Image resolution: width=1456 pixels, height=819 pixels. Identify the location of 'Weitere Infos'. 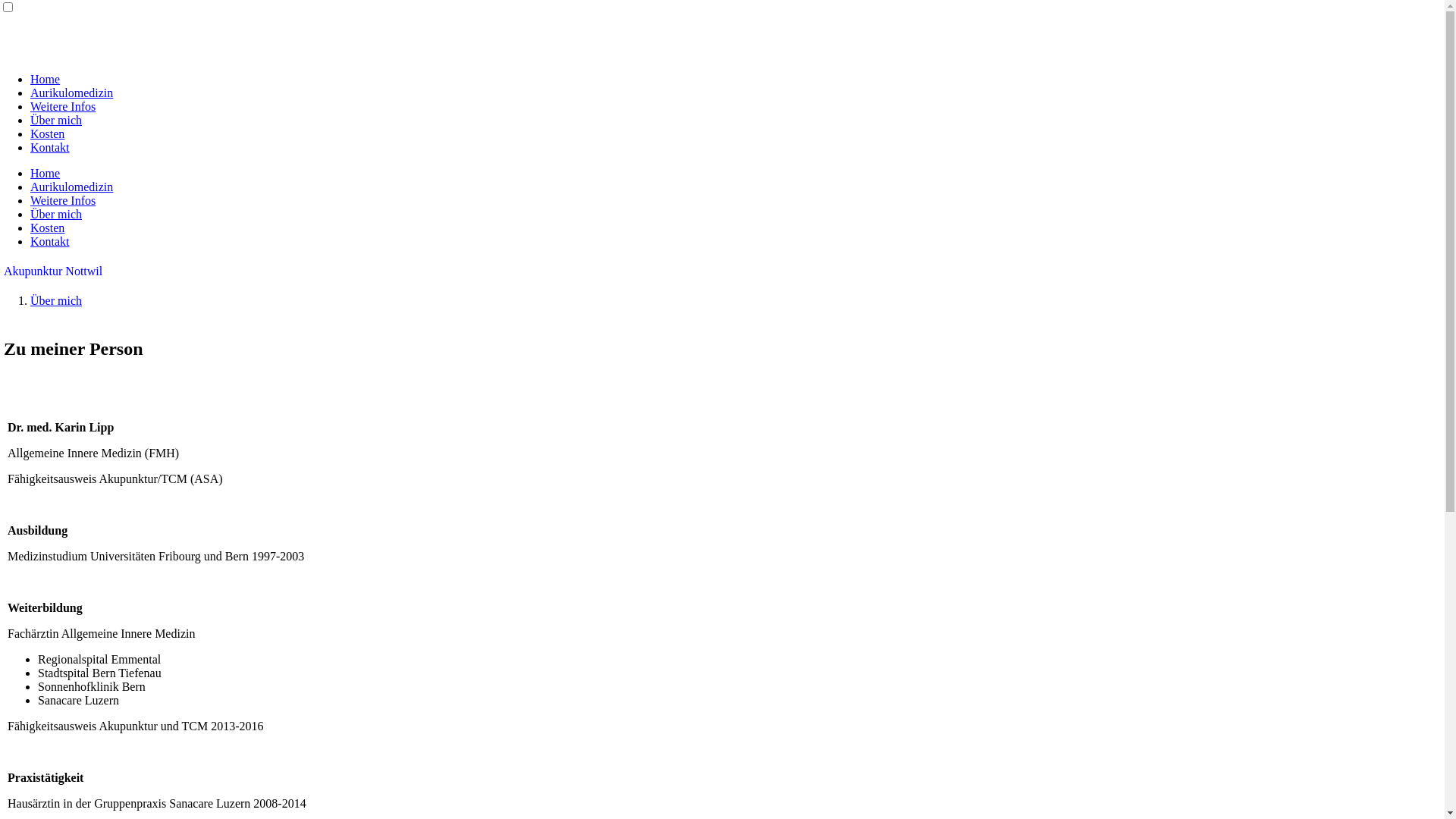
(61, 105).